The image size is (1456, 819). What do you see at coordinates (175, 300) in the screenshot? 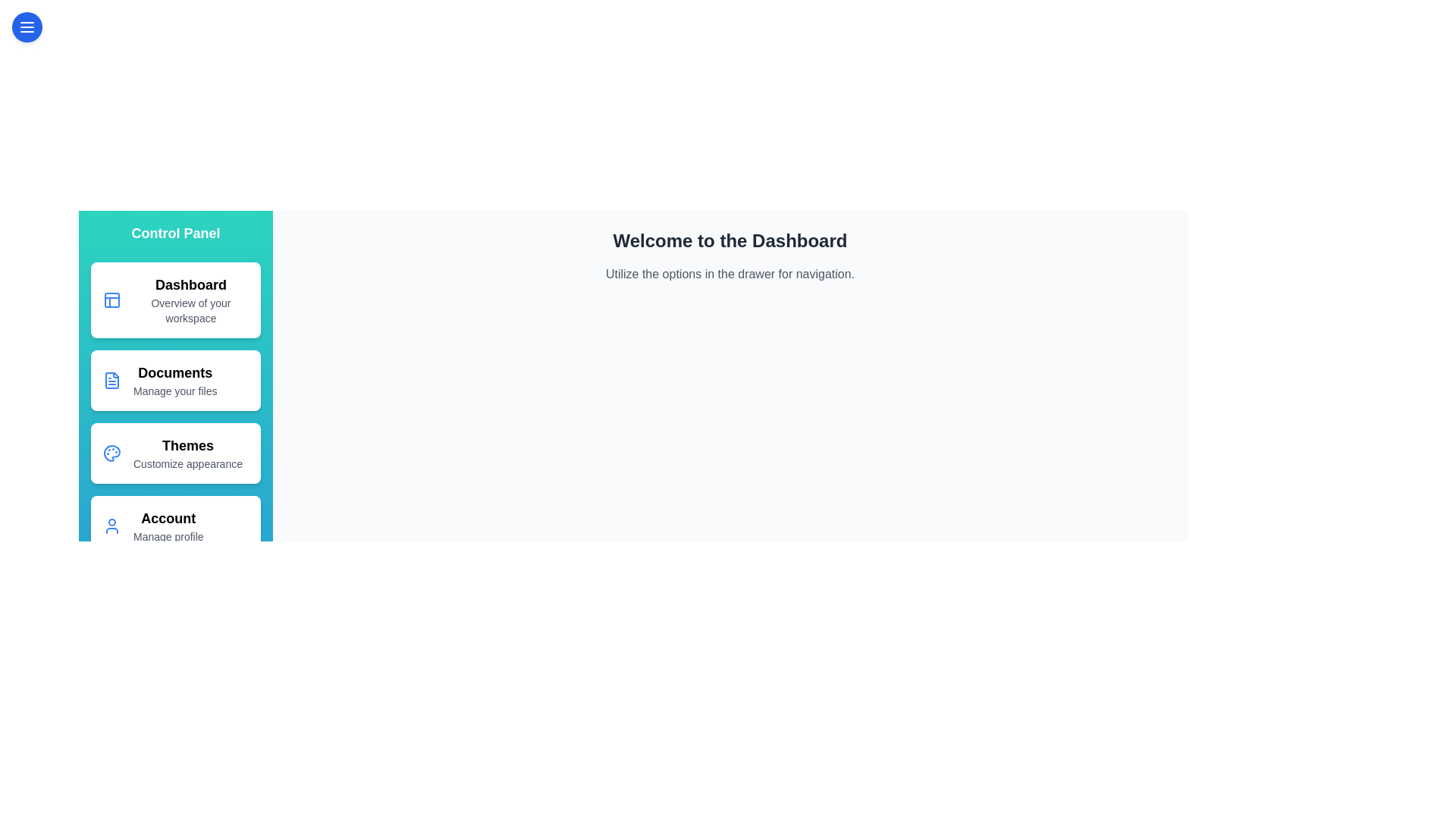
I see `the drawer option corresponding to Dashboard to navigate to that section` at bounding box center [175, 300].